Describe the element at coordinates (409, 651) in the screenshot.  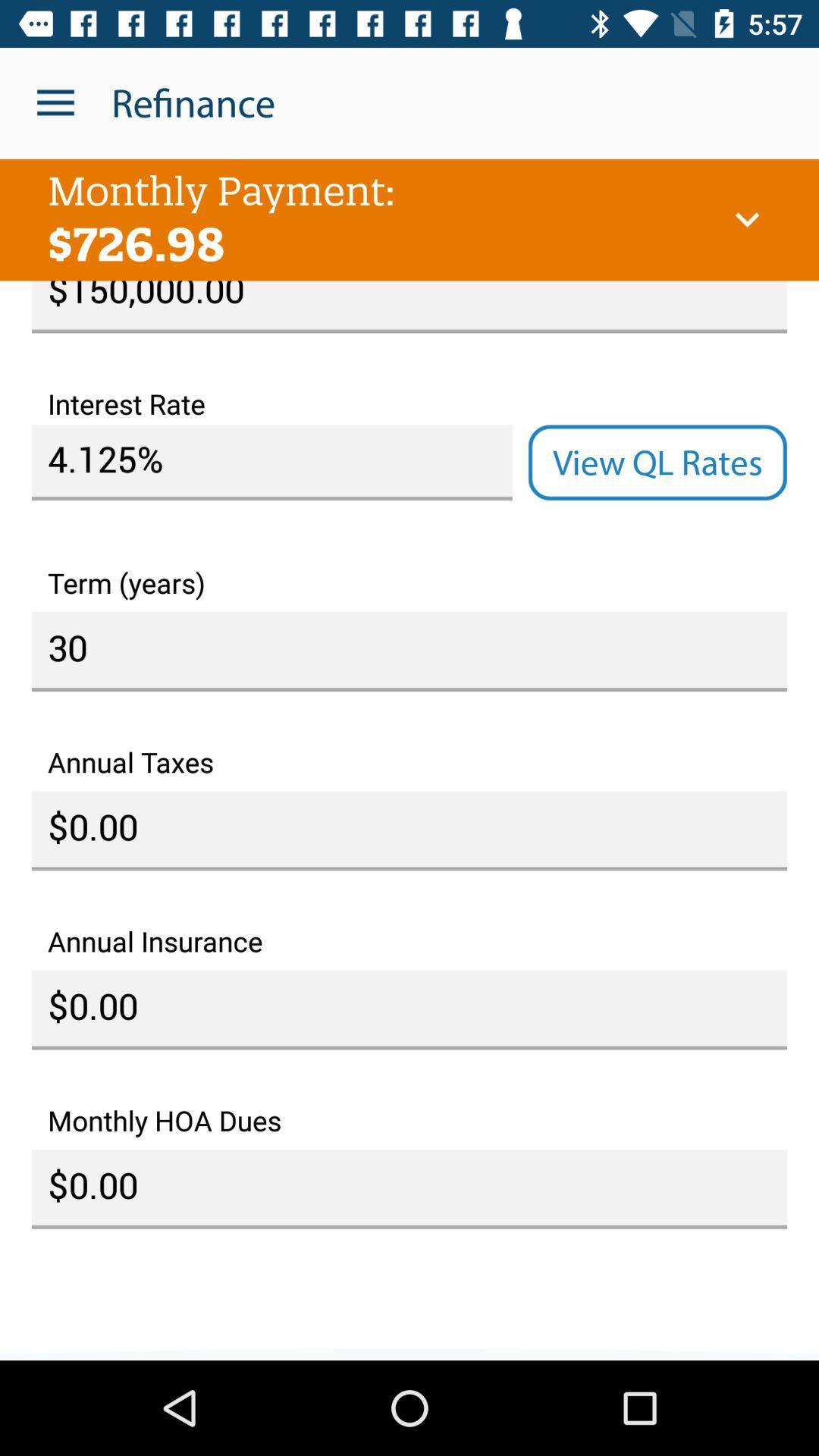
I see `the icon below term (years)` at that location.